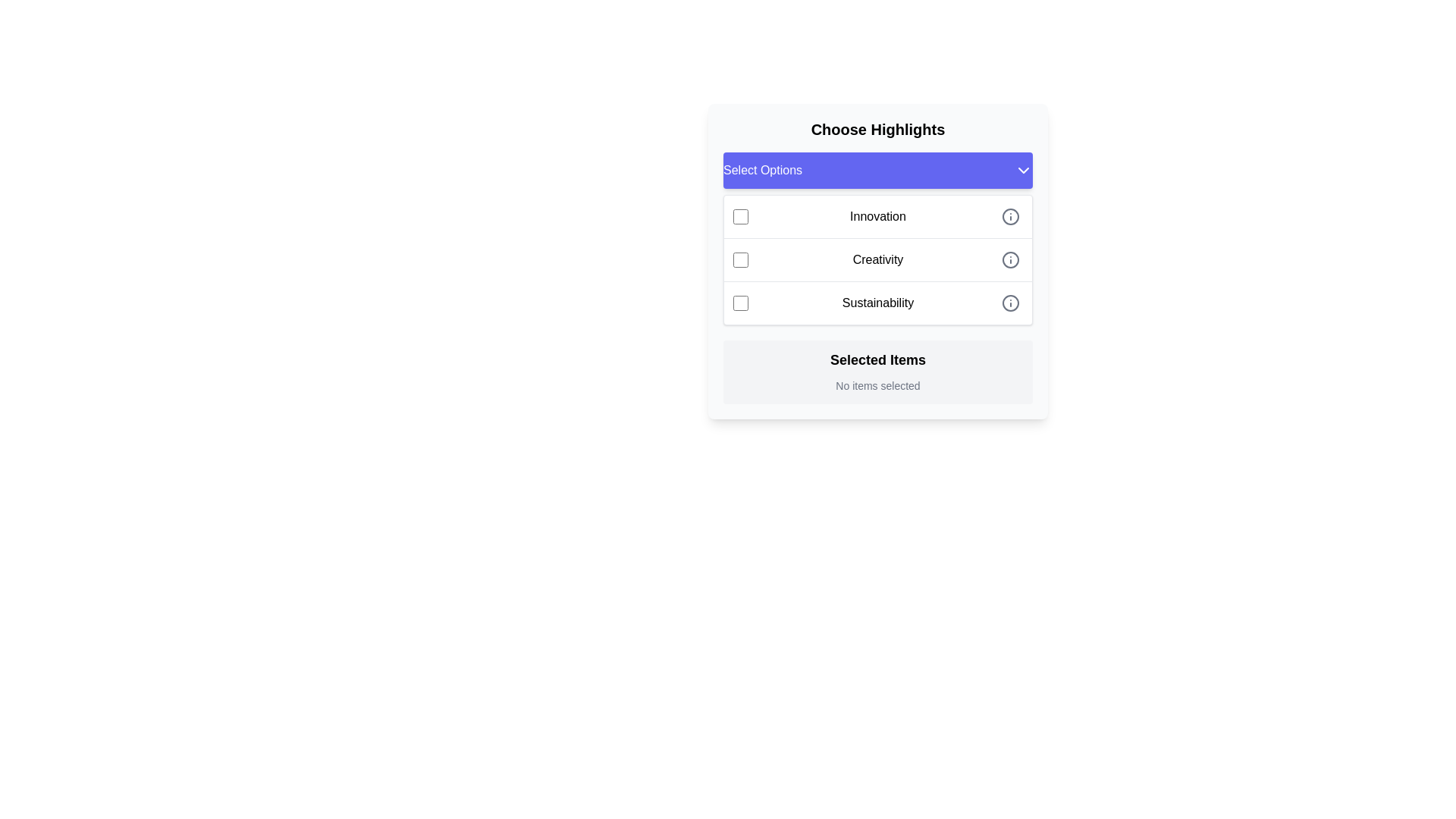  I want to click on the downward-pointing chevron icon indicating a dropdown, located at the far-right side of the 'Select Options' button, so click(1023, 170).